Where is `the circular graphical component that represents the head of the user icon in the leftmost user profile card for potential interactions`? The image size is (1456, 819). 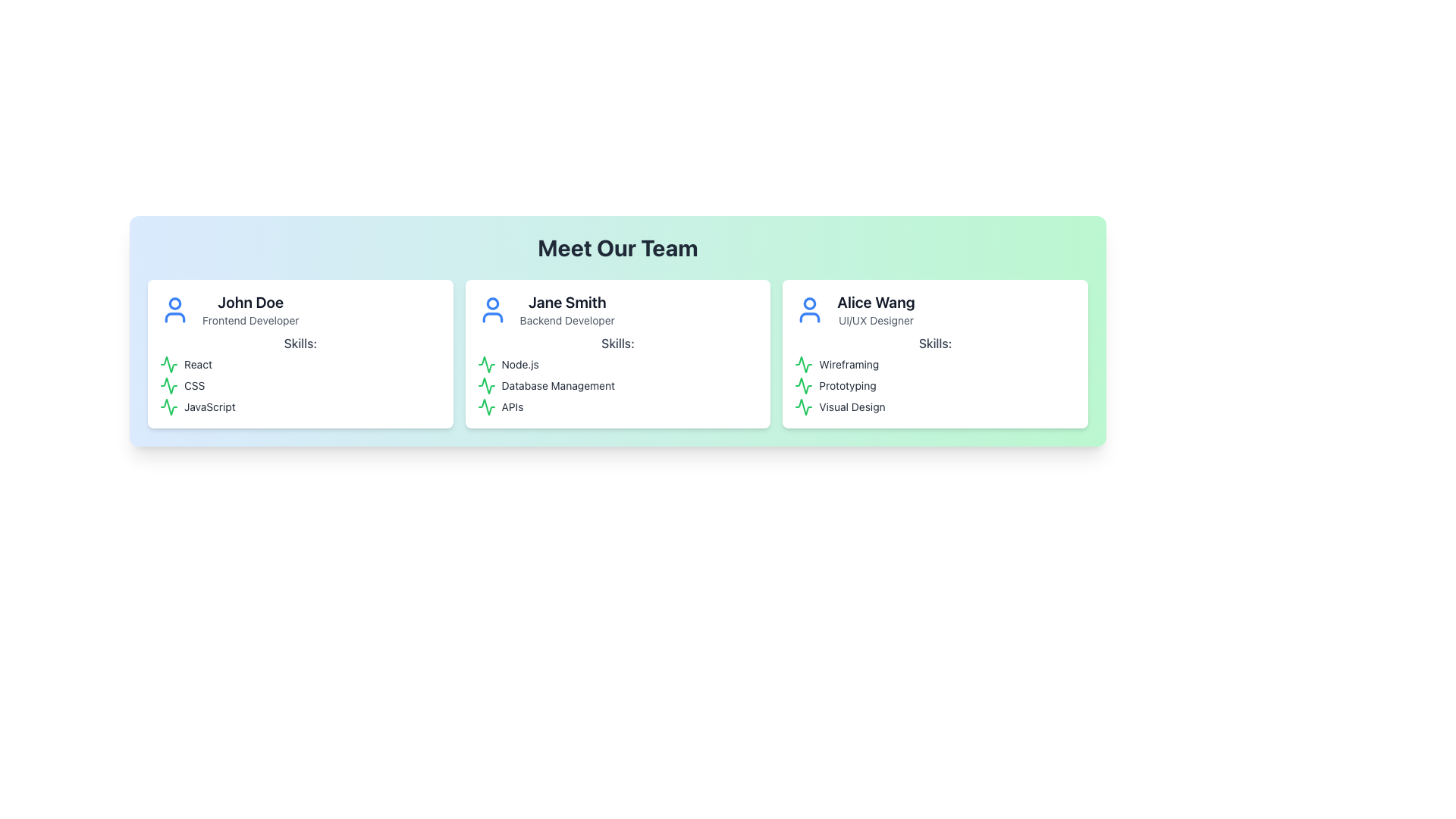 the circular graphical component that represents the head of the user icon in the leftmost user profile card for potential interactions is located at coordinates (809, 303).